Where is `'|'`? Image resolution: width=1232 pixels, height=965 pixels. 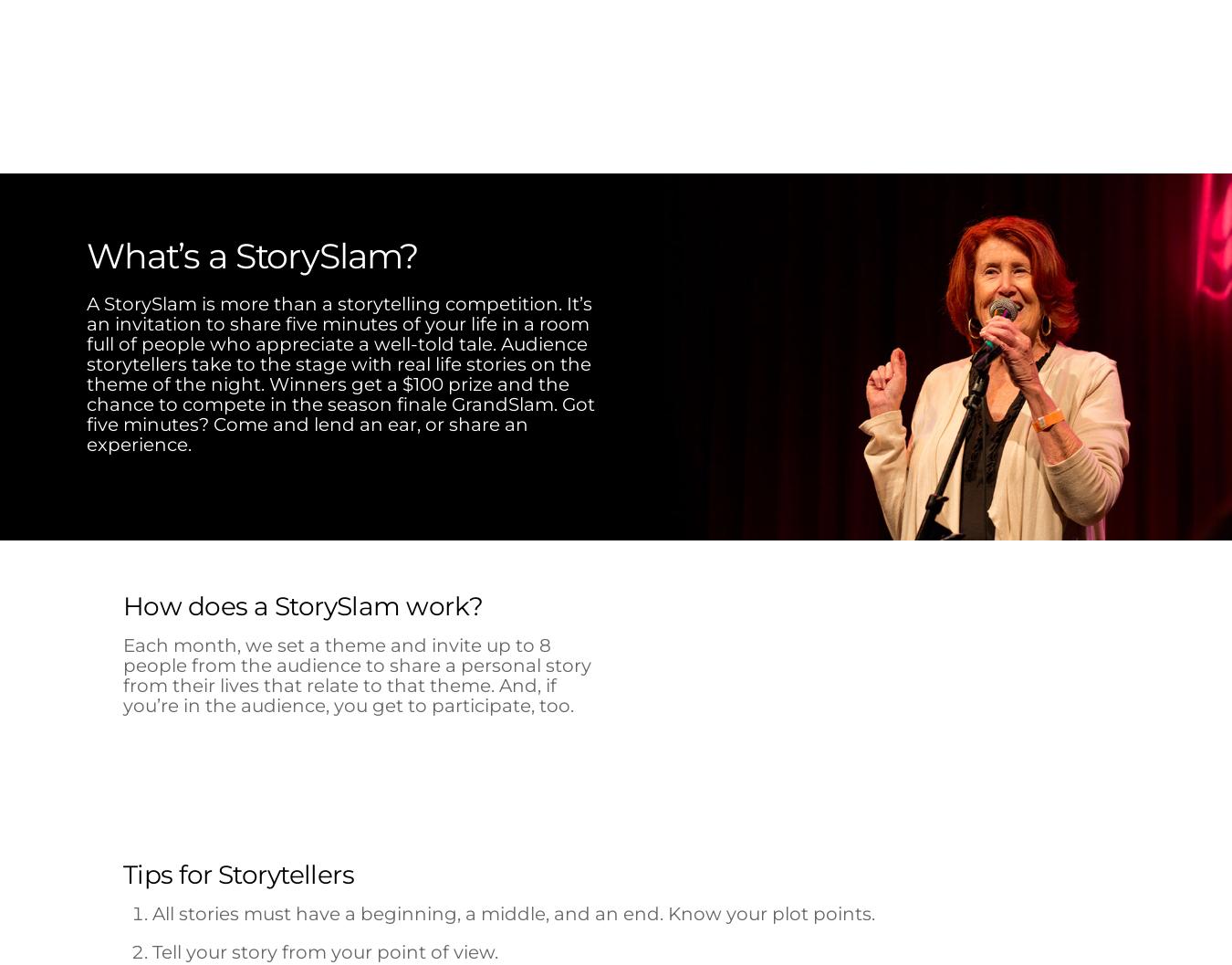 '|' is located at coordinates (795, 454).